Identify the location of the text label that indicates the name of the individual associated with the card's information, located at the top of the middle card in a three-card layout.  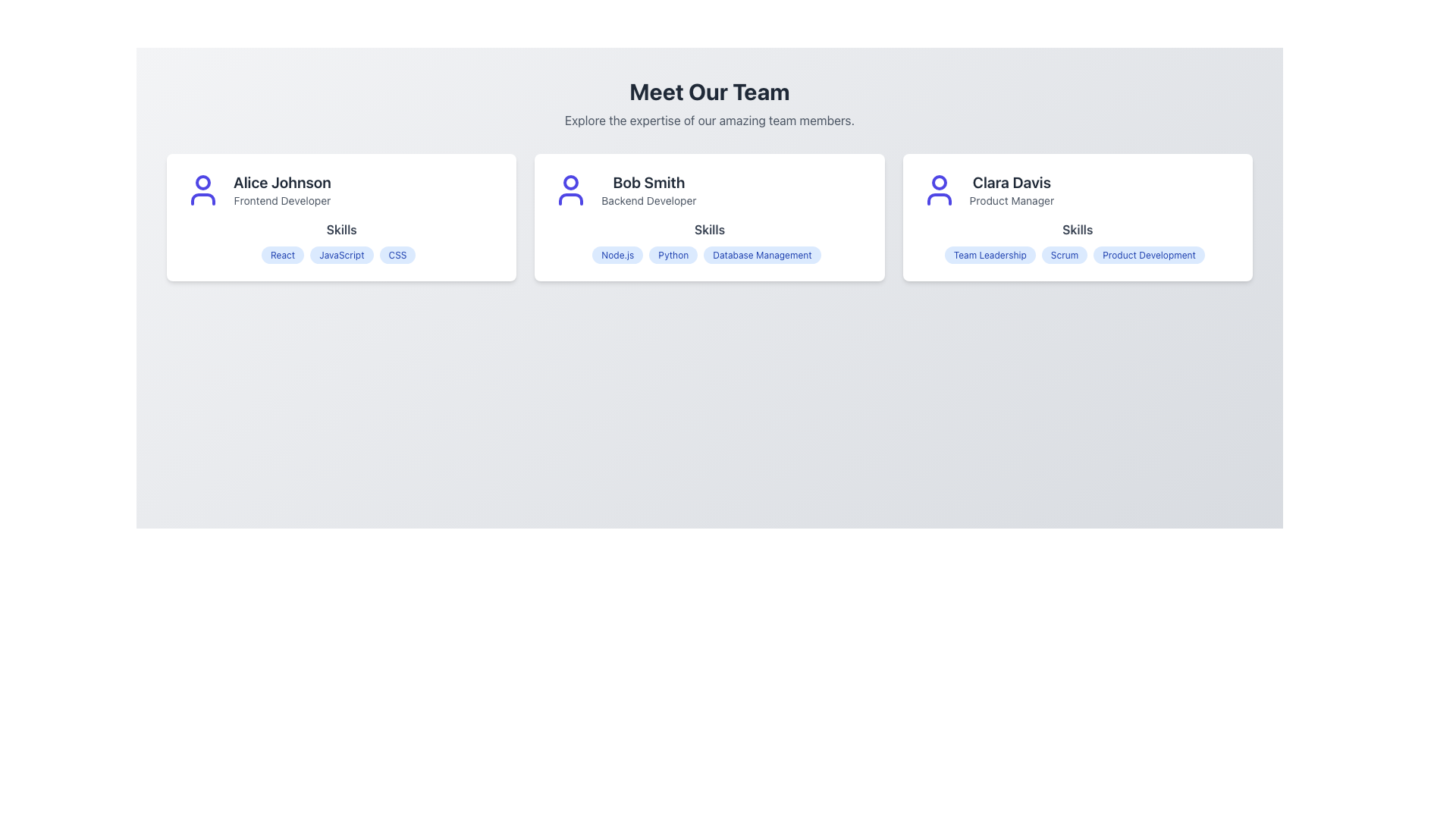
(648, 181).